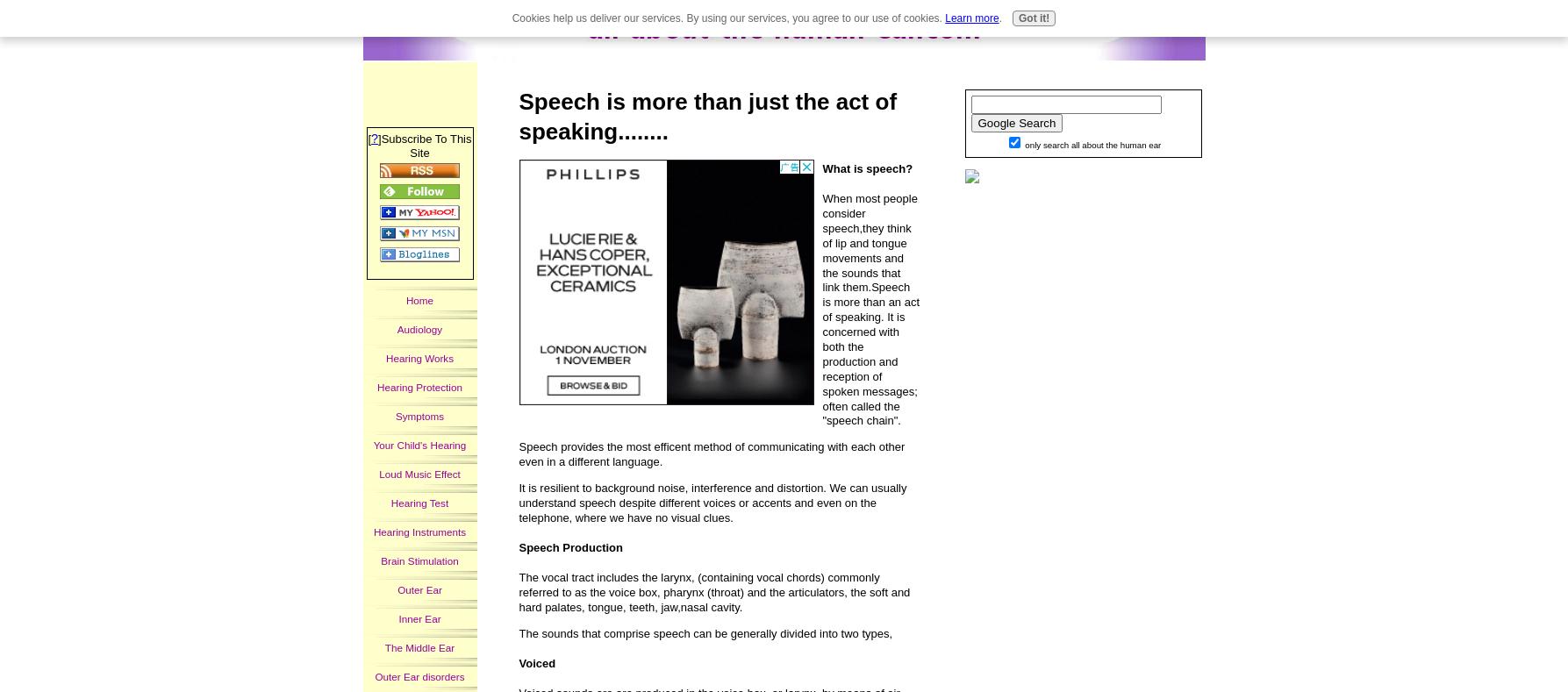 Image resolution: width=1568 pixels, height=692 pixels. Describe the element at coordinates (394, 415) in the screenshot. I see `'Symptoms'` at that location.